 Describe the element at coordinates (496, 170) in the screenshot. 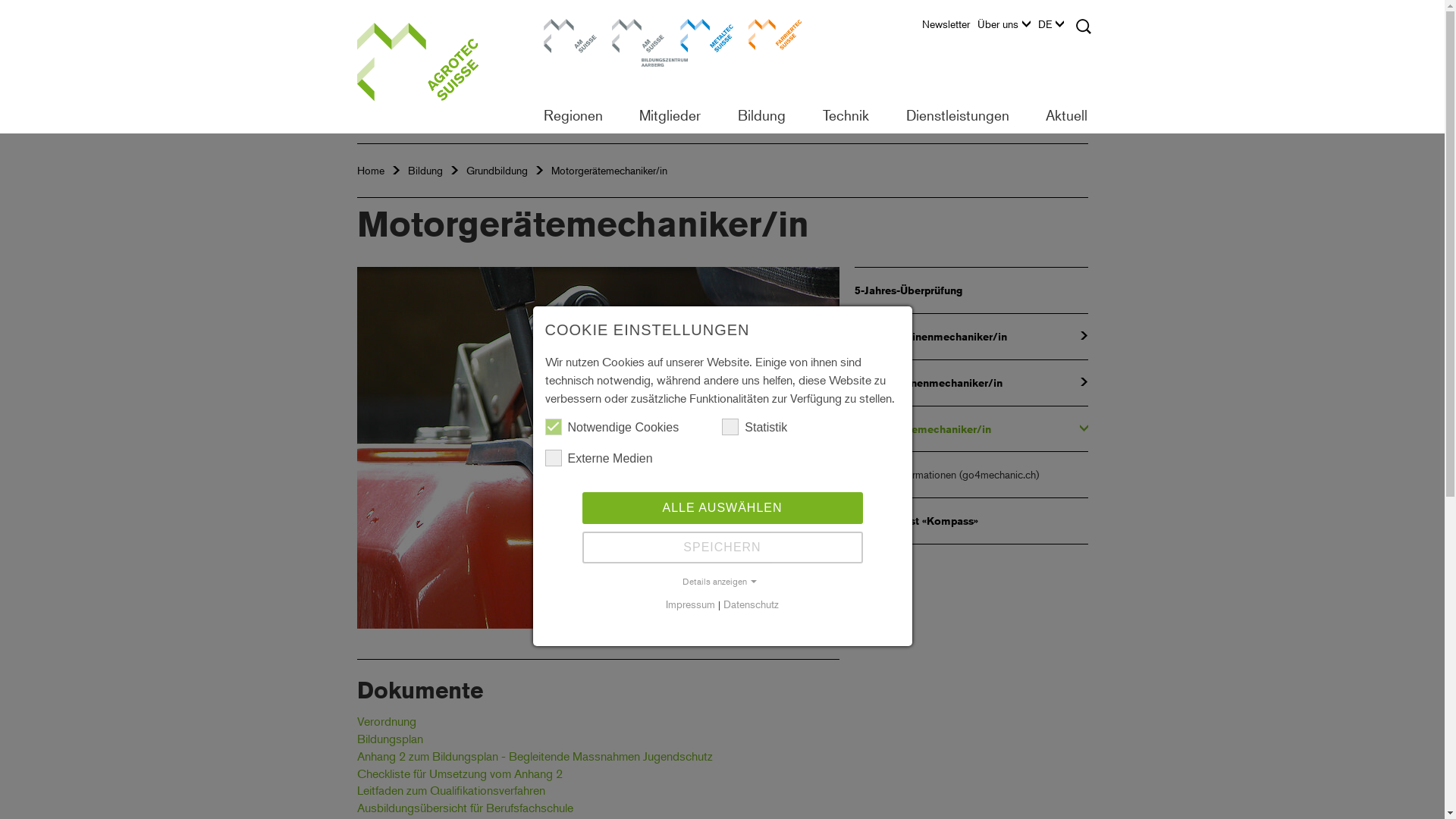

I see `'Grundbildung'` at that location.